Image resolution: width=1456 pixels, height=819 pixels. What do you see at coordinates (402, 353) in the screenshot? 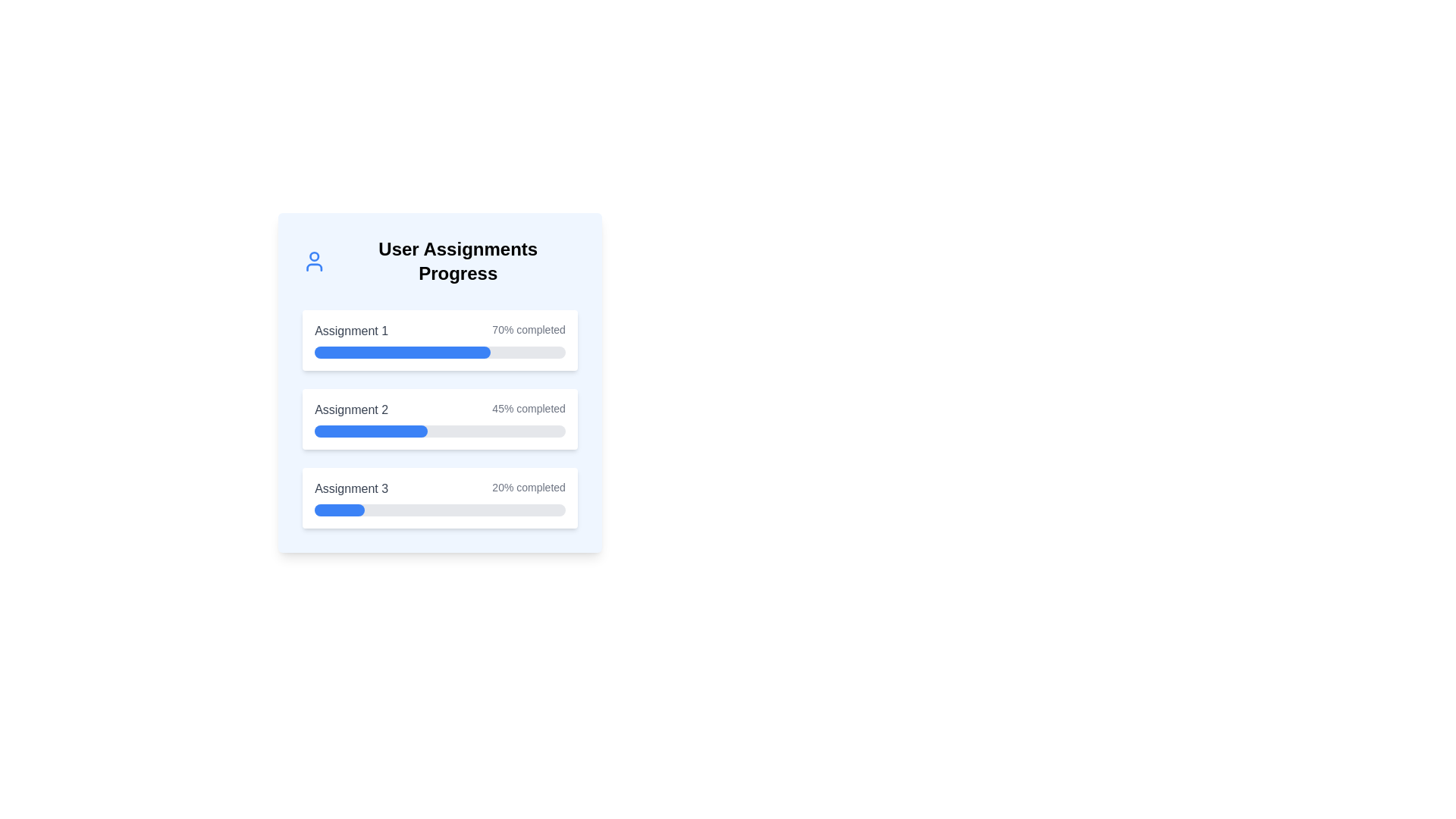
I see `the progress bar representing 'Assignment 1', which indicates 70% completion of the task` at bounding box center [402, 353].